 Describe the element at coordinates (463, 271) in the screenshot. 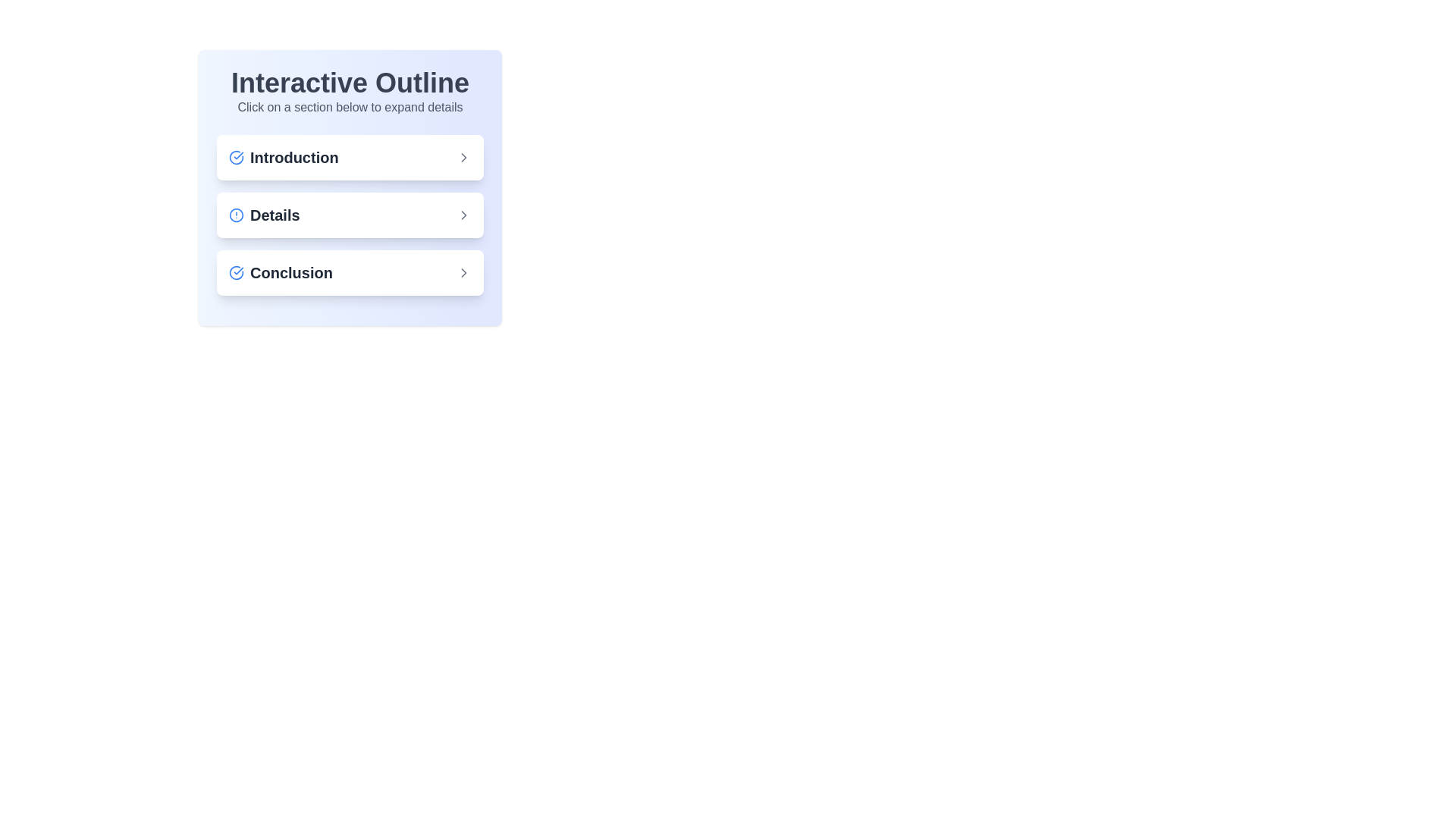

I see `the right-pointing arrow icon located in the Conclusion section, which is represented by a small chevron pattern and is horizontally aligned to the center of the text` at that location.